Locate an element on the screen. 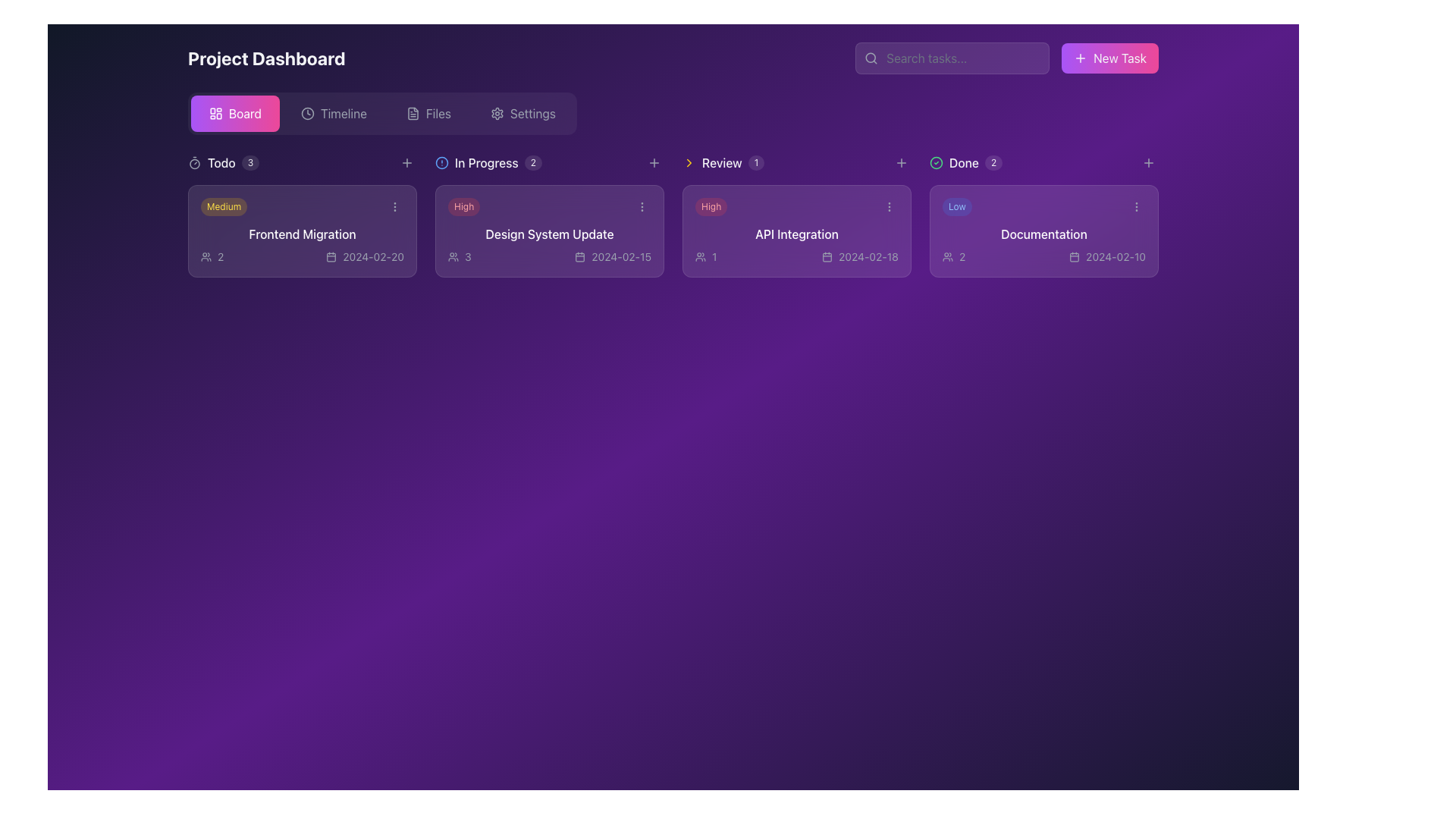 The image size is (1456, 819). the bold headline text labeled 'Project Dashboard' located at the top-left of the interface is located at coordinates (266, 58).